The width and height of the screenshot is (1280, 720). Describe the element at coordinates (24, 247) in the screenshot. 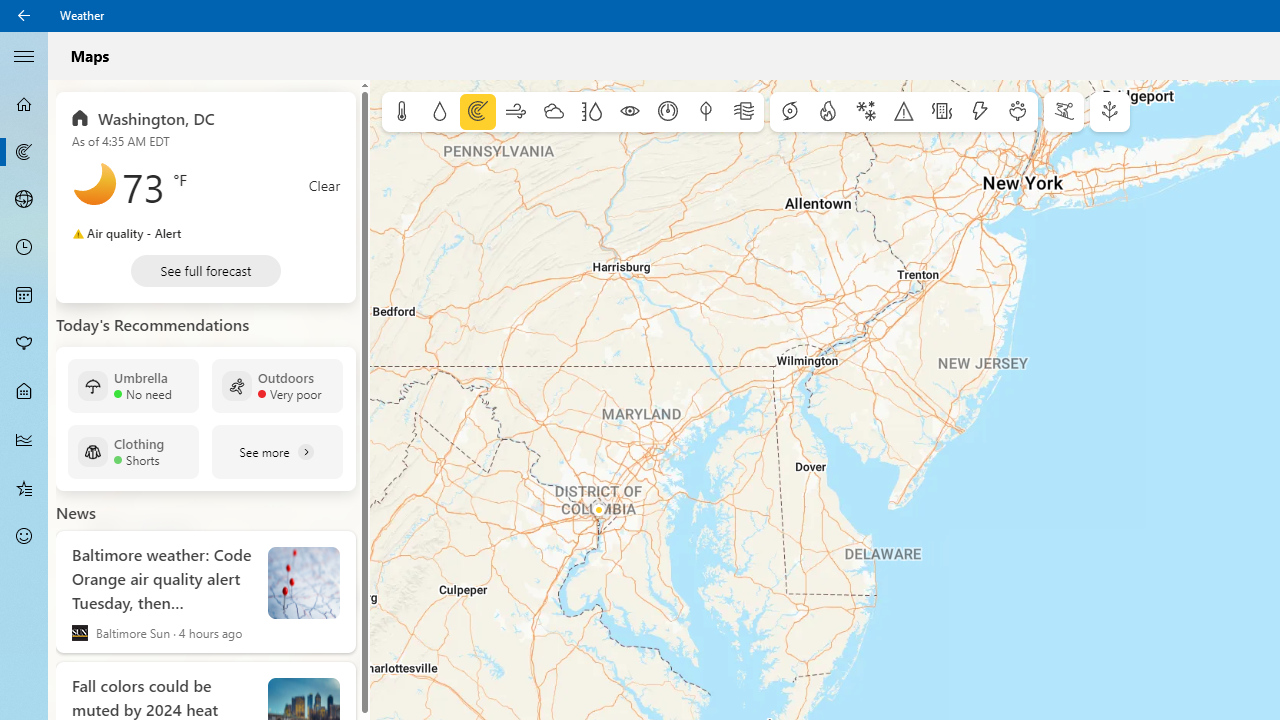

I see `'Hourly Forecast - Not Selected'` at that location.